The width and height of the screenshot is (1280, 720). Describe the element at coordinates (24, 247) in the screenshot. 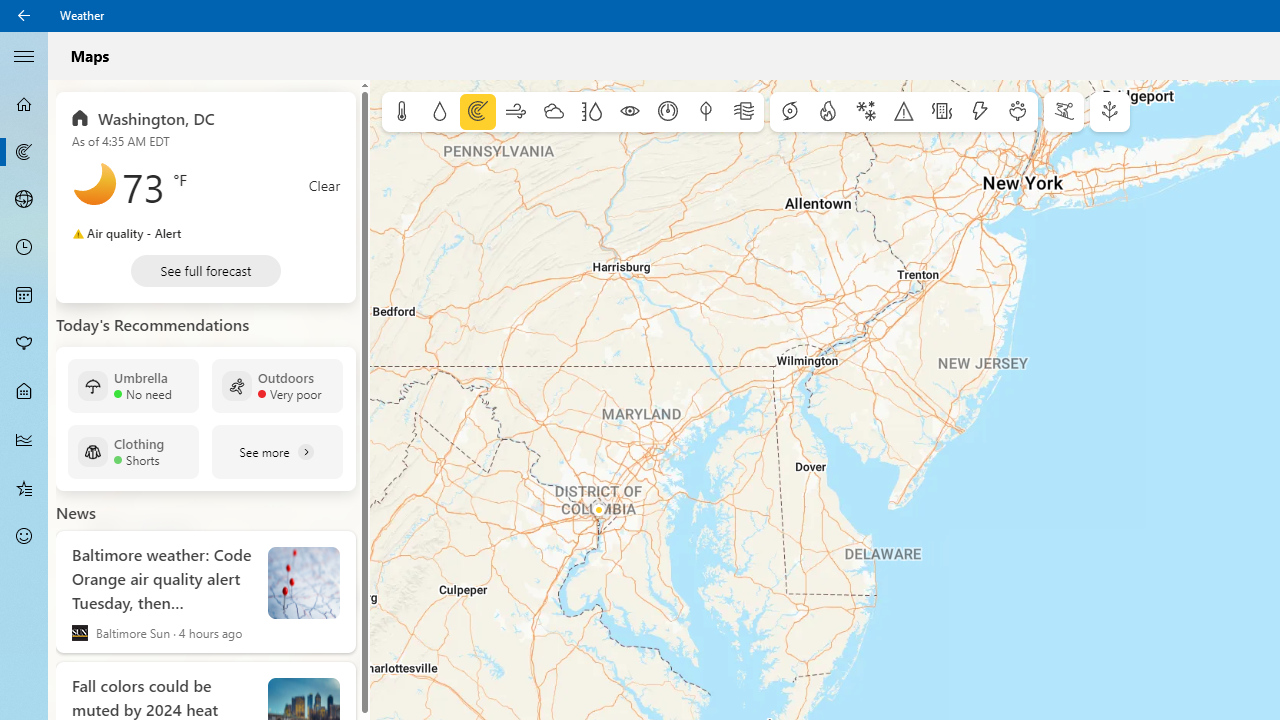

I see `'Hourly Forecast - Not Selected'` at that location.